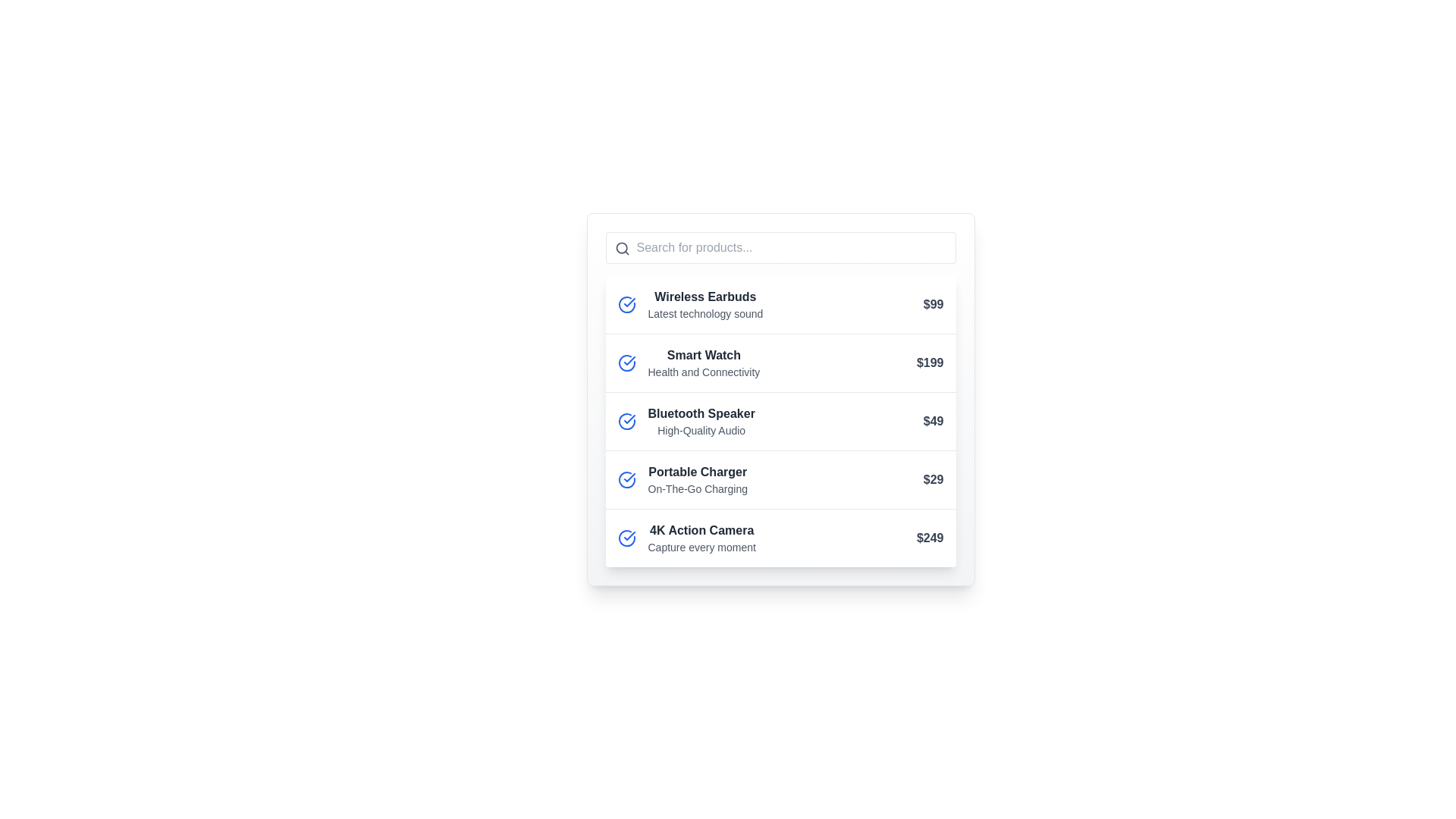 The width and height of the screenshot is (1456, 819). Describe the element at coordinates (701, 529) in the screenshot. I see `bold text label displaying '4K Action Camera' located in the fifth row of the product list, near the center and slightly to the right of the interface` at that location.